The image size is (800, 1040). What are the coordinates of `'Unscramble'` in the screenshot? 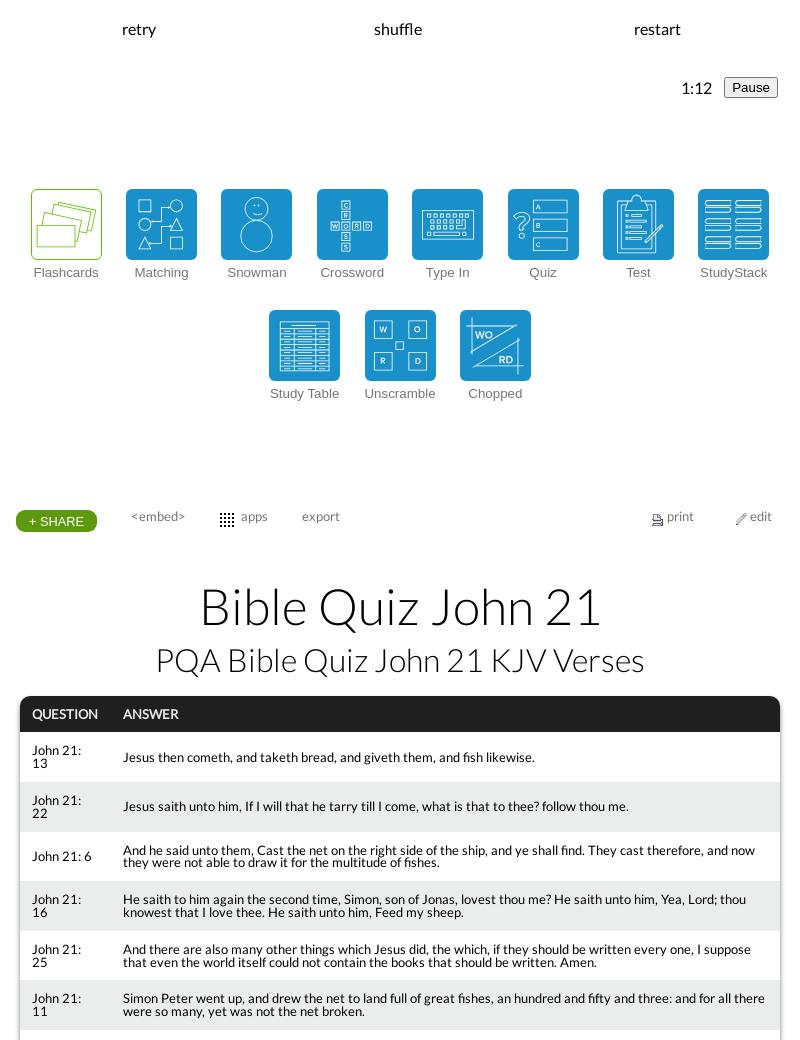 It's located at (398, 392).